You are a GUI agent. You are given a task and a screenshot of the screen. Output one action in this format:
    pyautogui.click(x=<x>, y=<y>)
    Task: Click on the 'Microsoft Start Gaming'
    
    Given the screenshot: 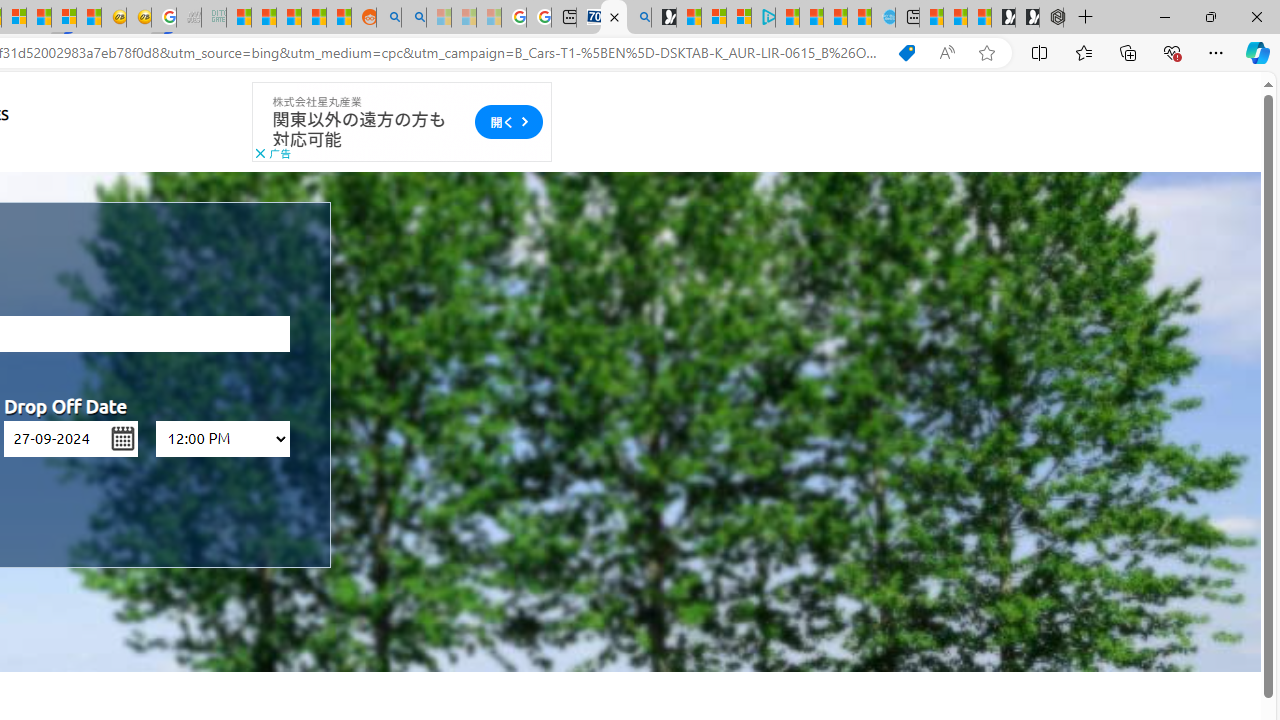 What is the action you would take?
    pyautogui.click(x=663, y=17)
    